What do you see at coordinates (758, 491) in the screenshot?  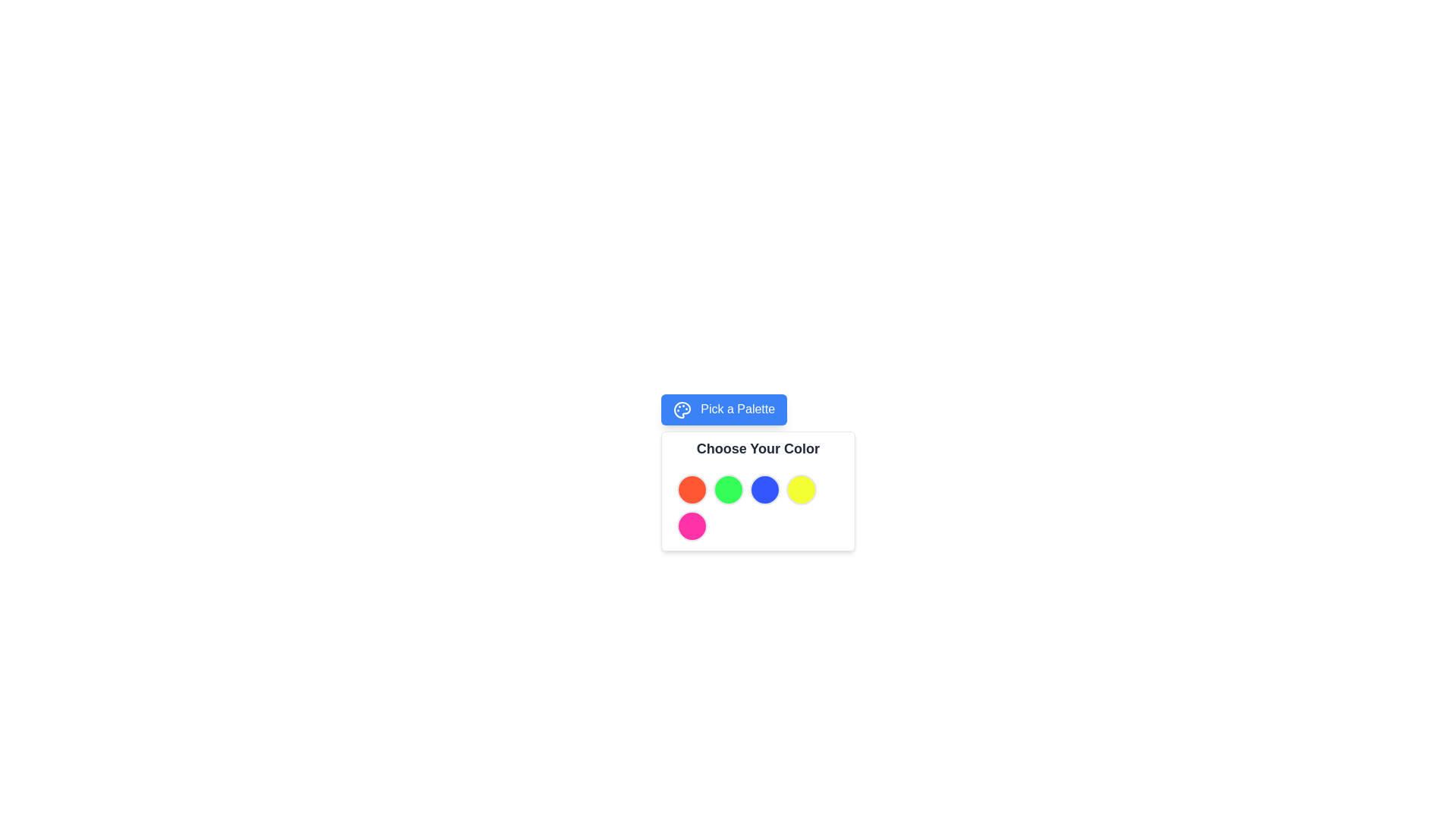 I see `the blue color selection button, which is the third circle in the first row of the color selection grid located below the 'Choose Your Color' title` at bounding box center [758, 491].